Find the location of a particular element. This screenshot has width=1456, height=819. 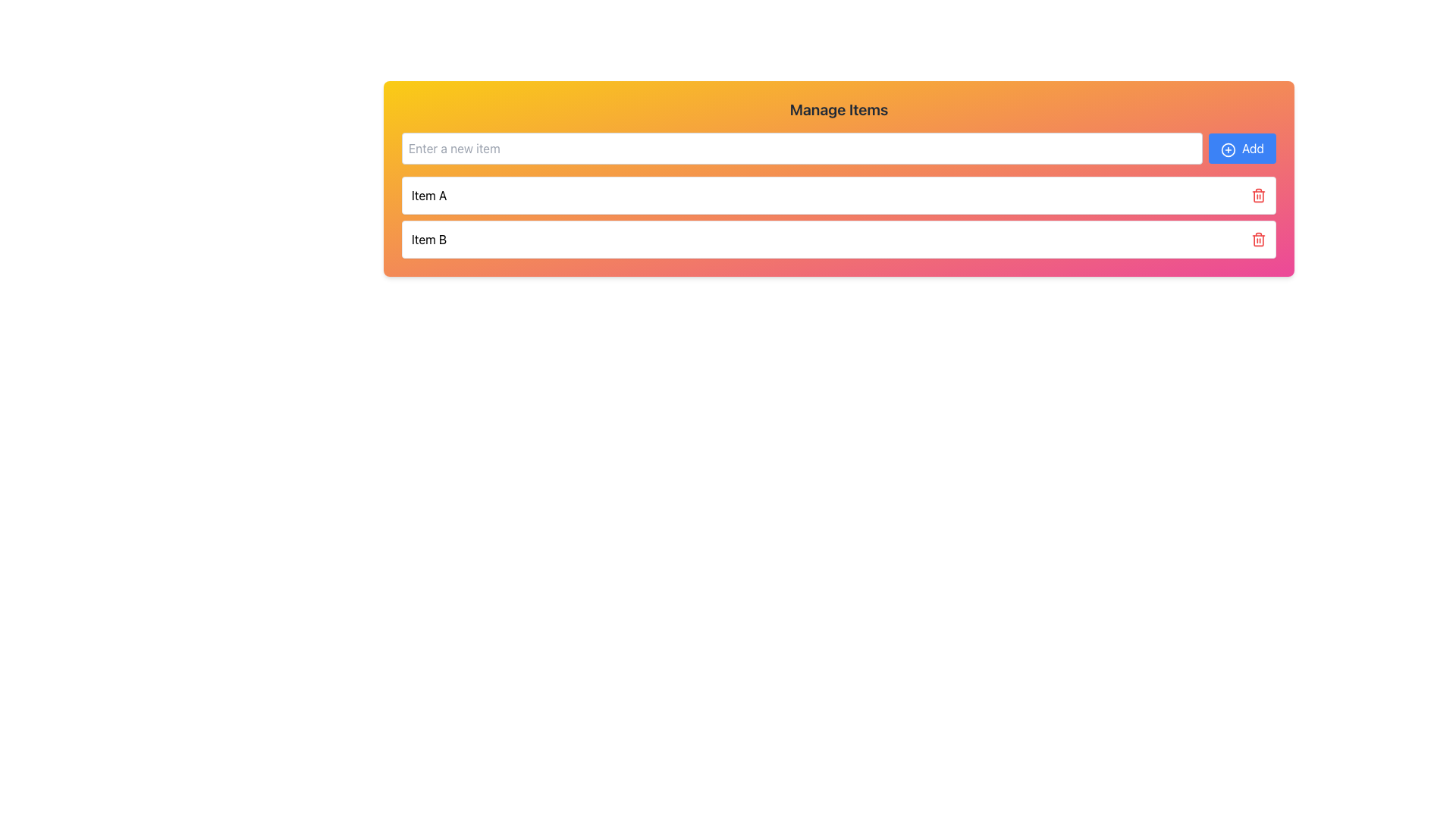

the first list item labeled 'Item A' in the Manage Items interface is located at coordinates (838, 195).